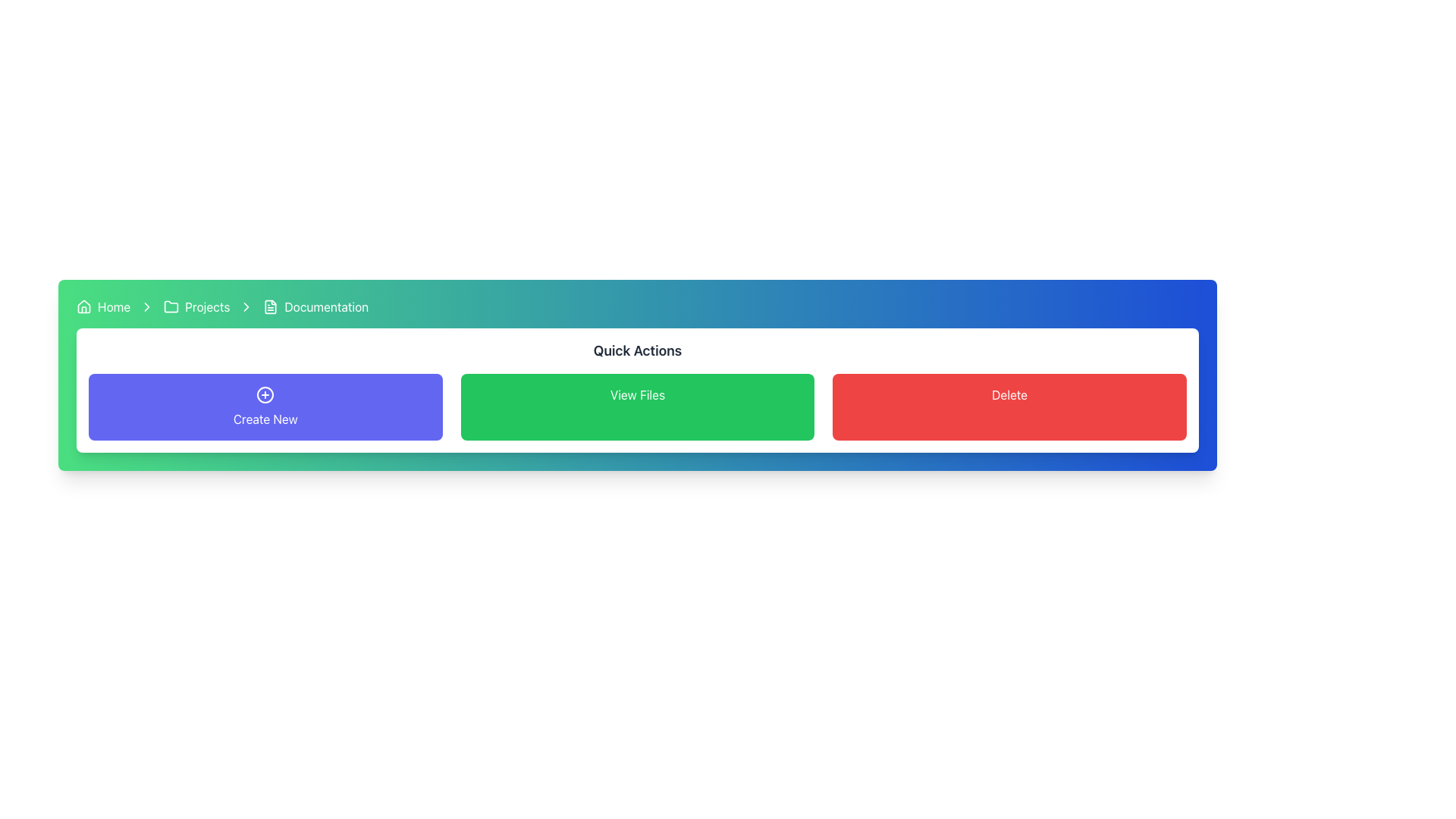 The height and width of the screenshot is (819, 1456). I want to click on the circular plus icon located at the top center of the 'Create New' button, which is the first button in the 'Quick Actions' section, so click(265, 394).